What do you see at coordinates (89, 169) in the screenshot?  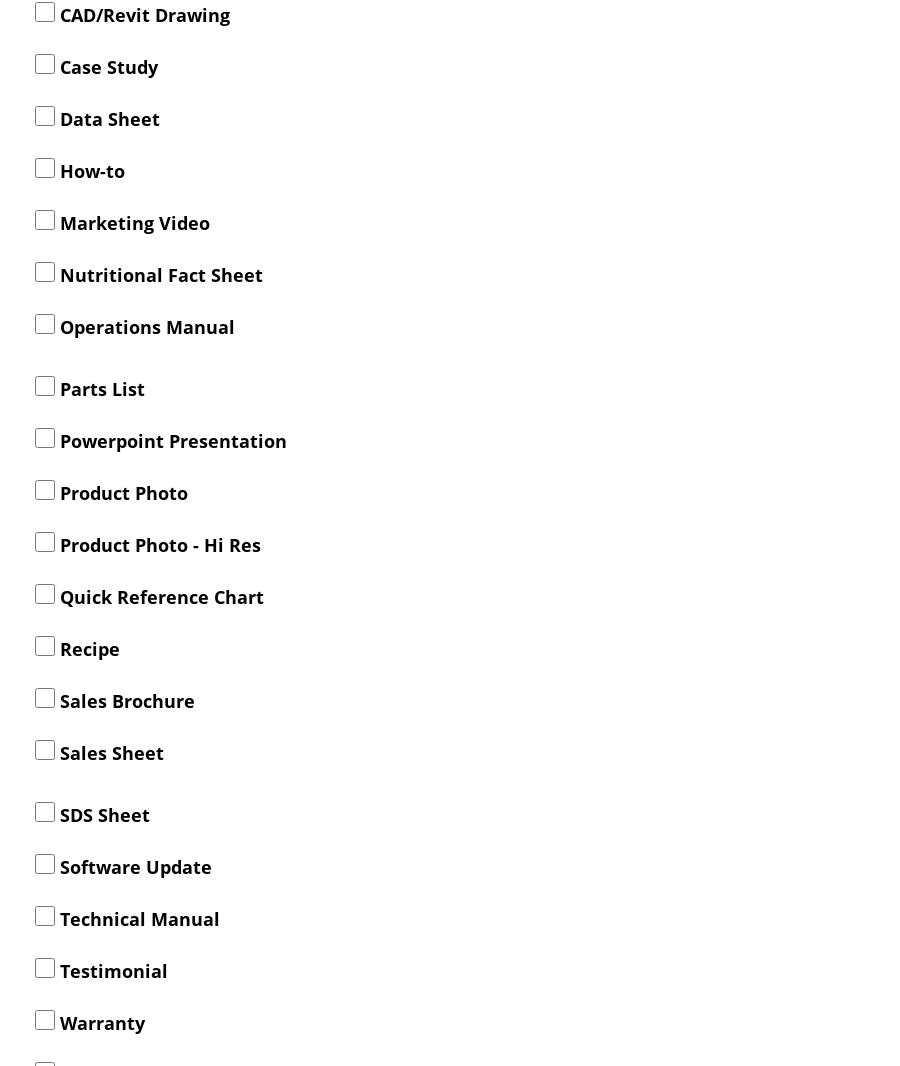 I see `'How-to'` at bounding box center [89, 169].